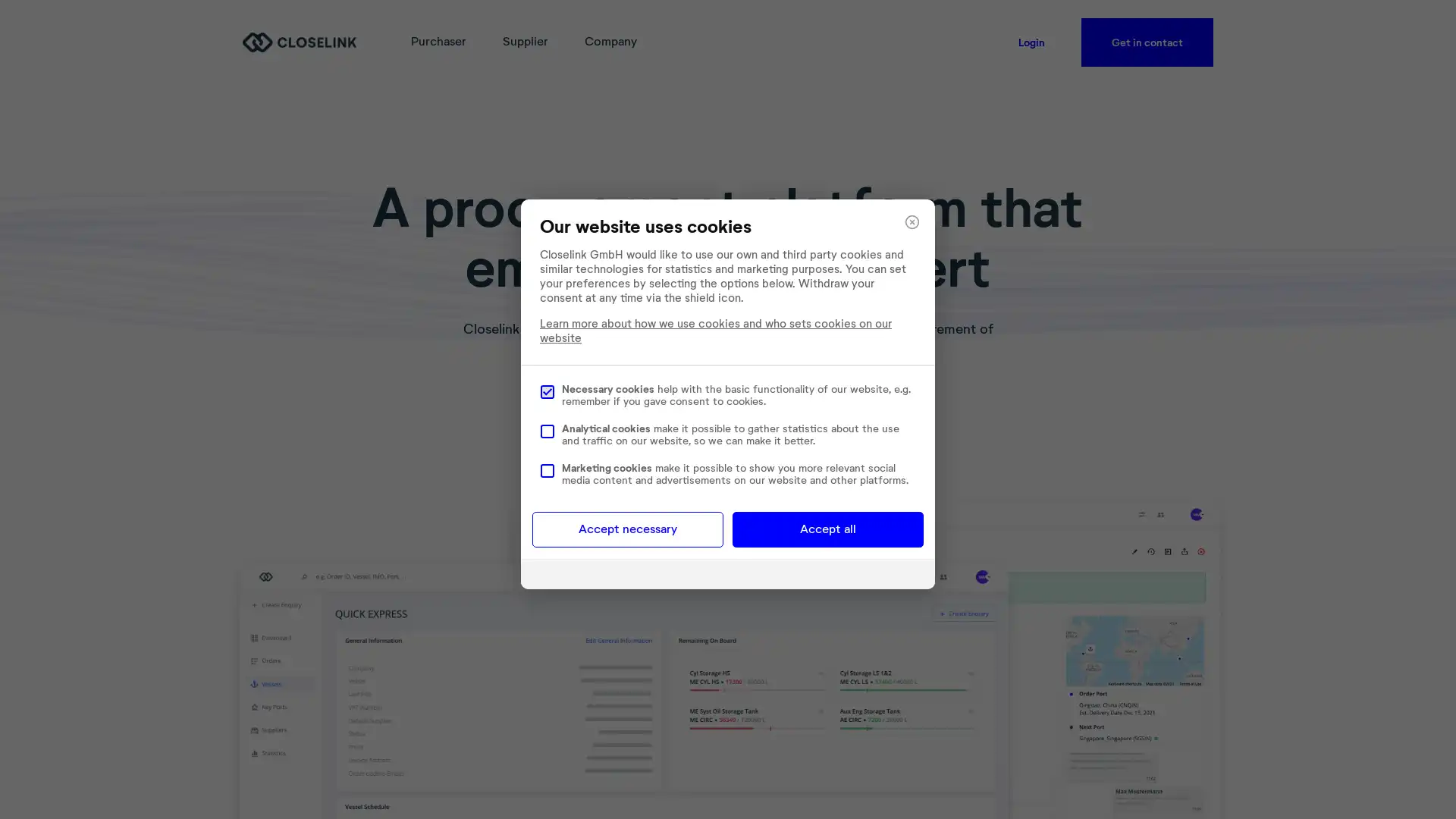 The image size is (1456, 819). I want to click on Company, so click(610, 42).